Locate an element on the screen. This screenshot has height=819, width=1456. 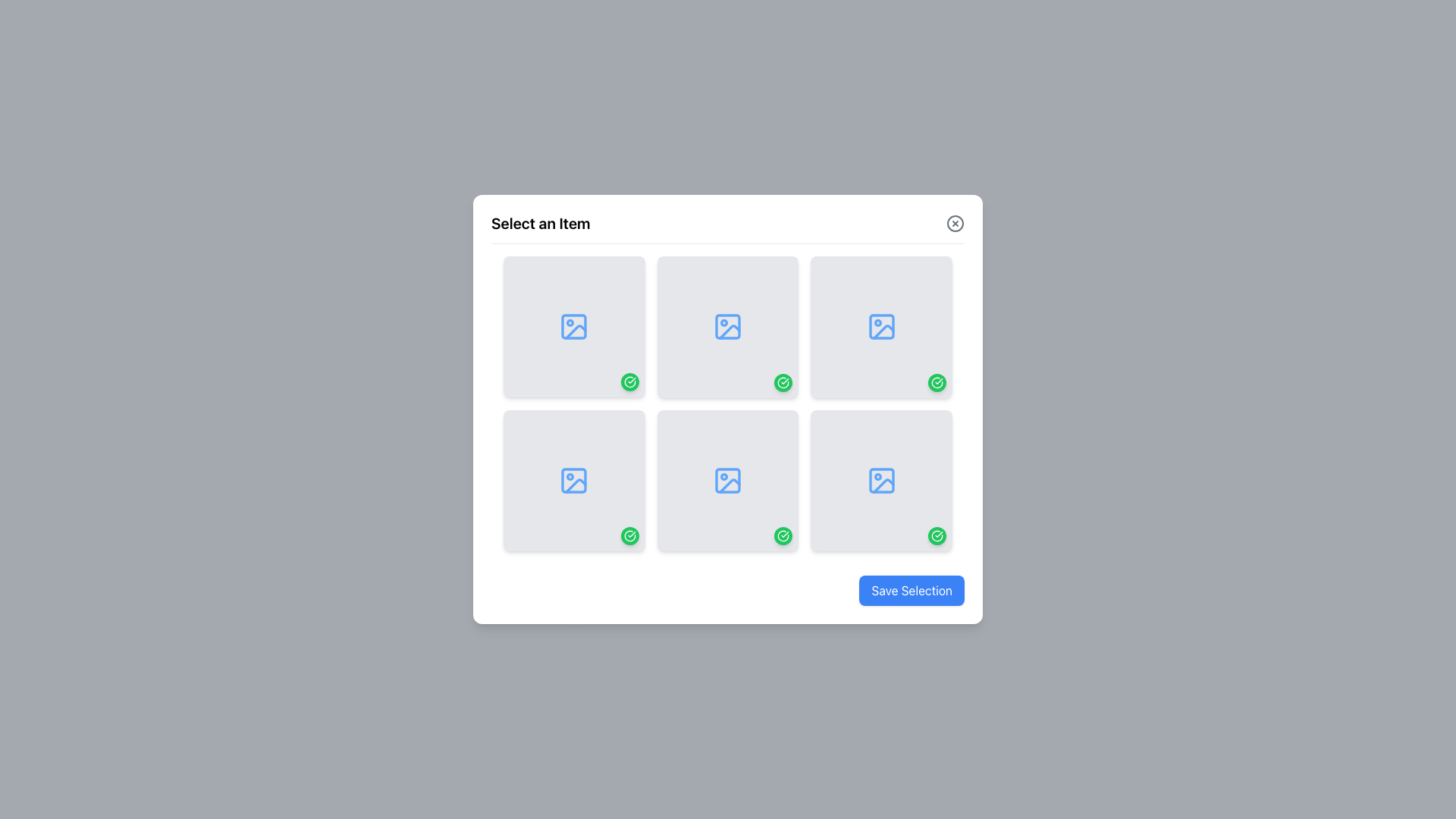
the state of the confirmation icon located in the bottom-right corner of the middle cell in the second row of a 3x2 grid layout is located at coordinates (783, 381).